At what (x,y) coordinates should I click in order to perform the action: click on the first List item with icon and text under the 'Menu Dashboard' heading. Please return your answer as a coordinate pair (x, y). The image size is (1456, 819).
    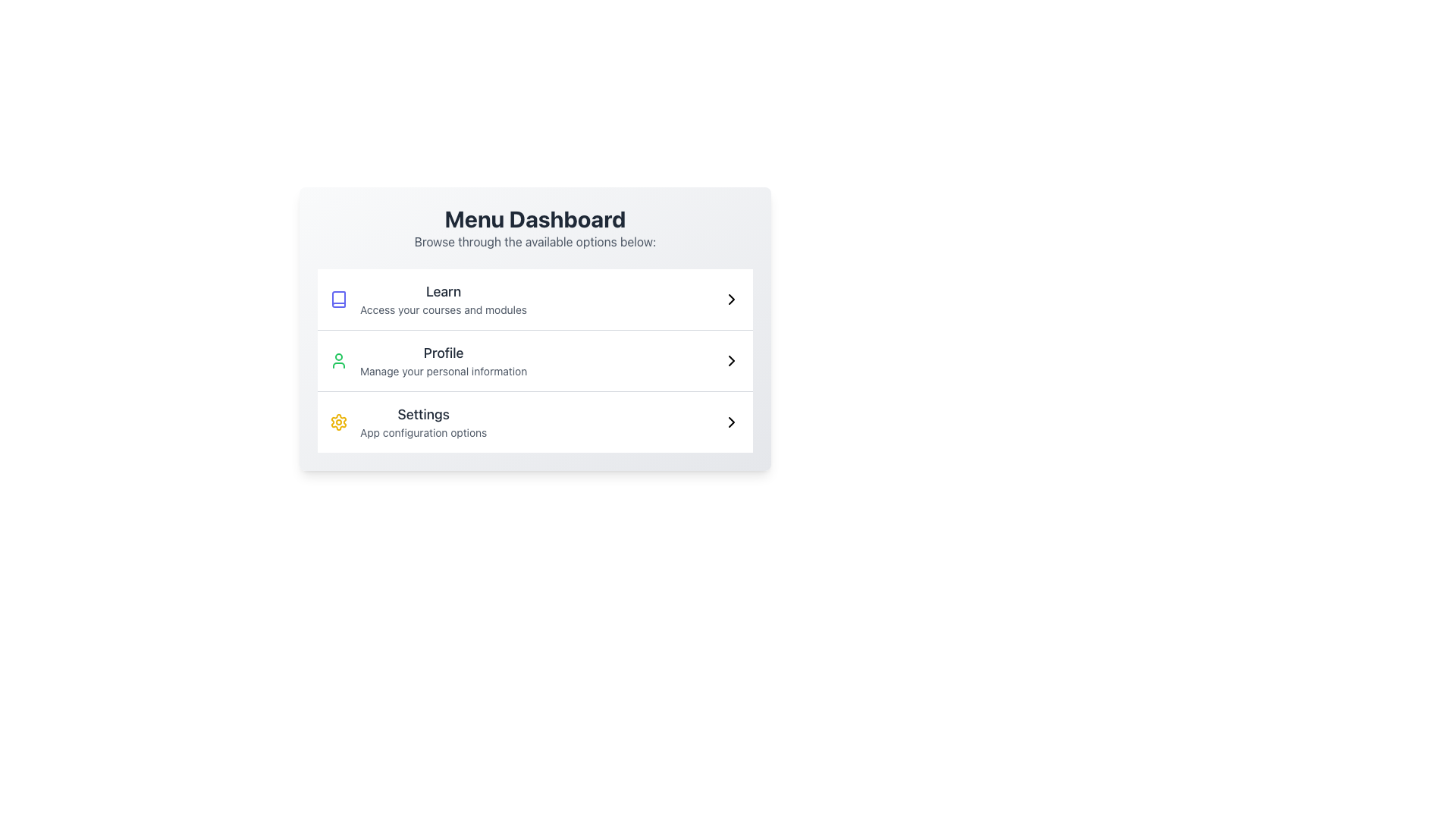
    Looking at the image, I should click on (428, 299).